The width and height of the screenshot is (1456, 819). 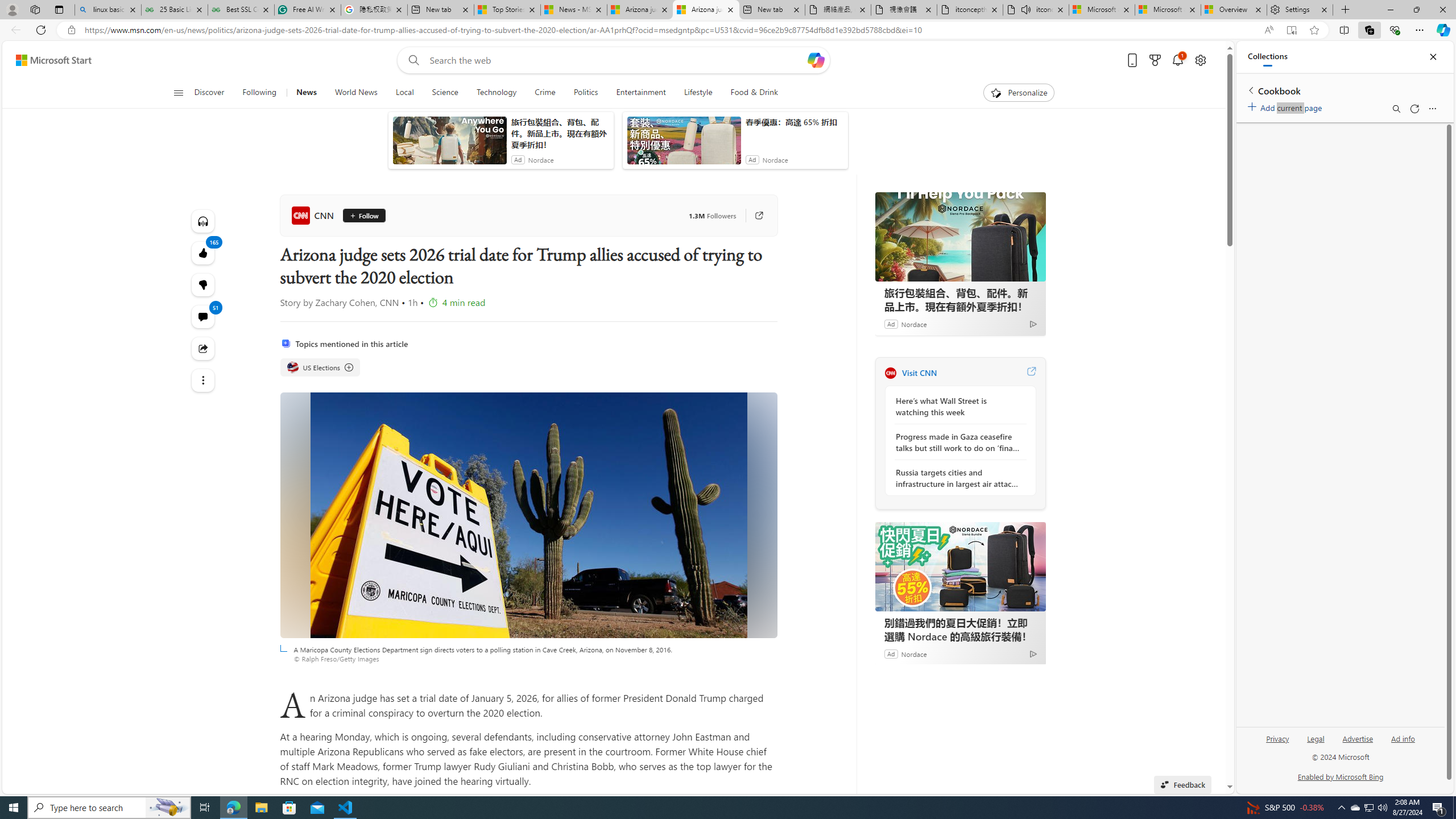 I want to click on 'anim-content', so click(x=682, y=144).